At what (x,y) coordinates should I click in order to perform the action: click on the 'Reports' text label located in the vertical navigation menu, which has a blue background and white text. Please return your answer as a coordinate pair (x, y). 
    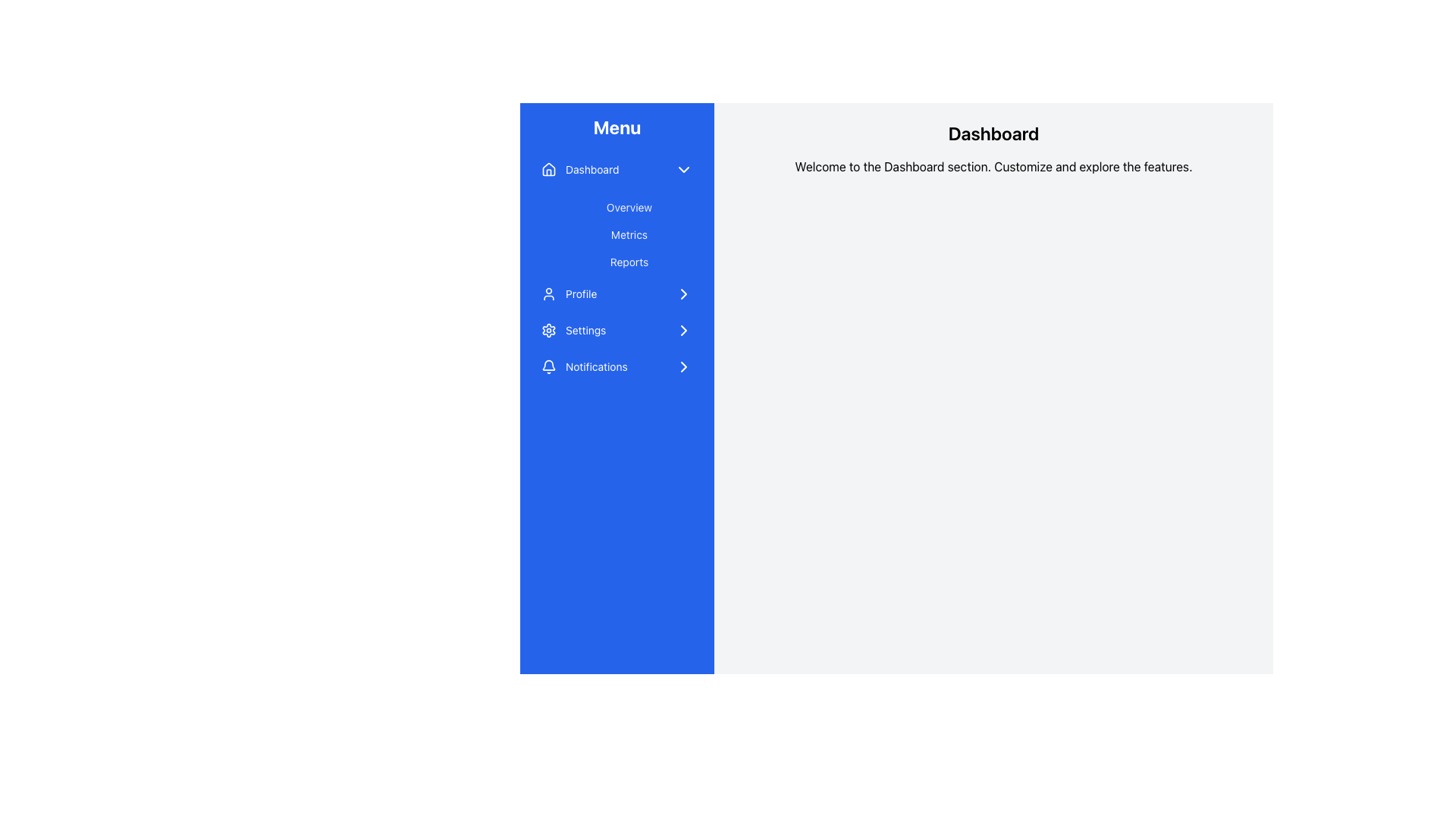
    Looking at the image, I should click on (629, 262).